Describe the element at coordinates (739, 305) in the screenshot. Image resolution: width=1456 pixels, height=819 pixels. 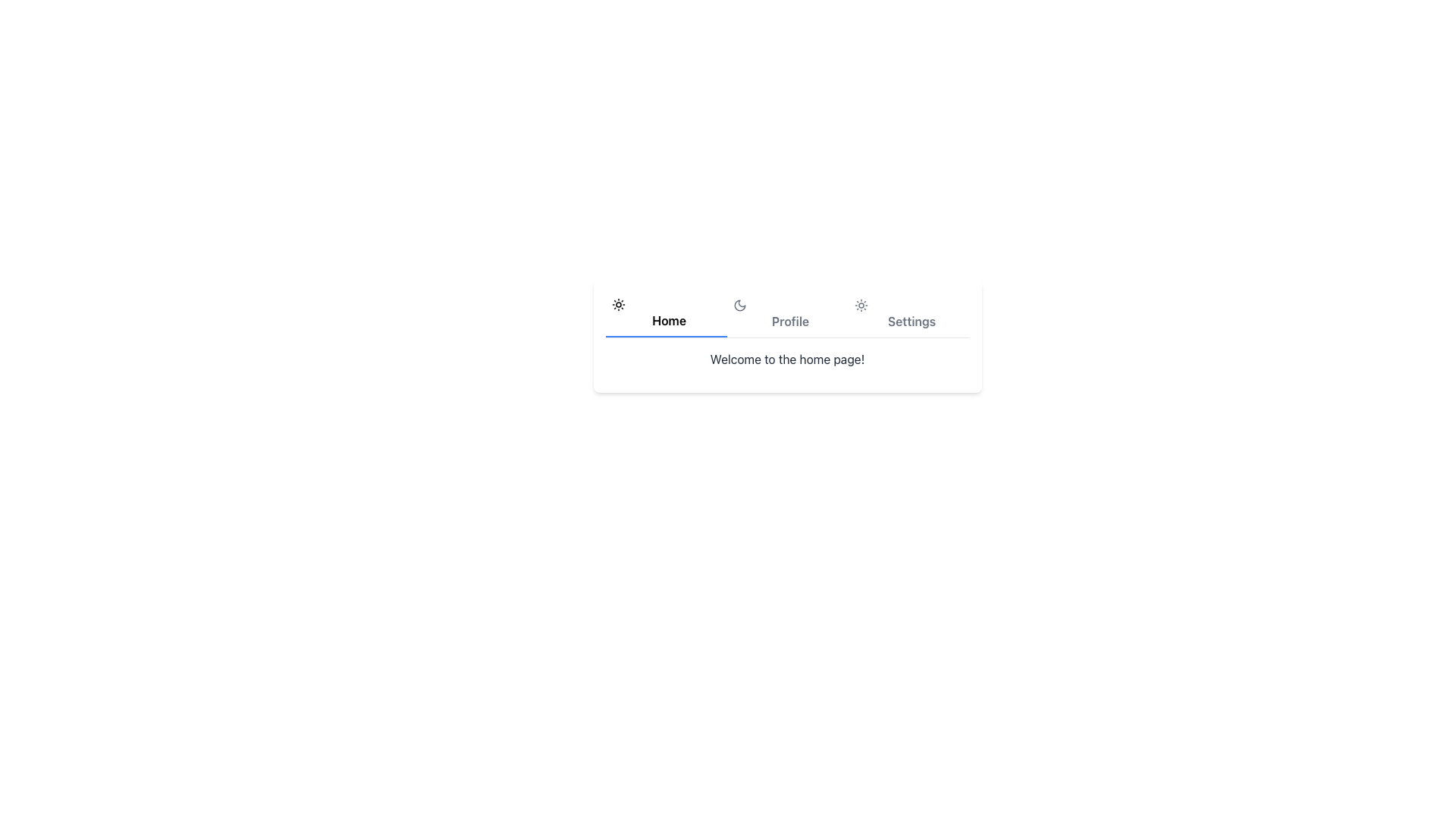
I see `the moon icon located in the navigation bar, positioned to the left of the 'Profile' label` at that location.